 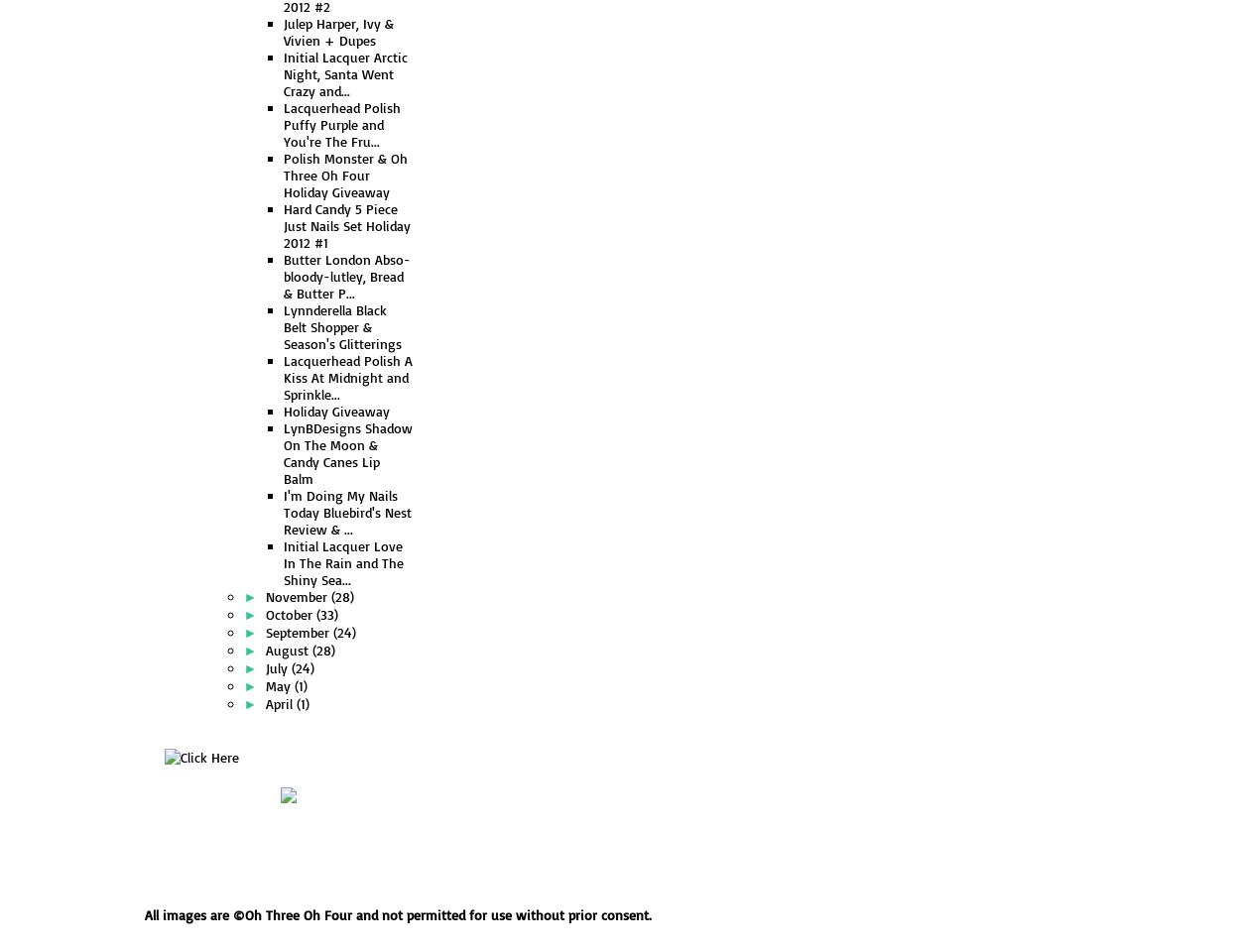 What do you see at coordinates (340, 123) in the screenshot?
I see `'Lacquerhead Polish Puffy Purple and You're The Fru...'` at bounding box center [340, 123].